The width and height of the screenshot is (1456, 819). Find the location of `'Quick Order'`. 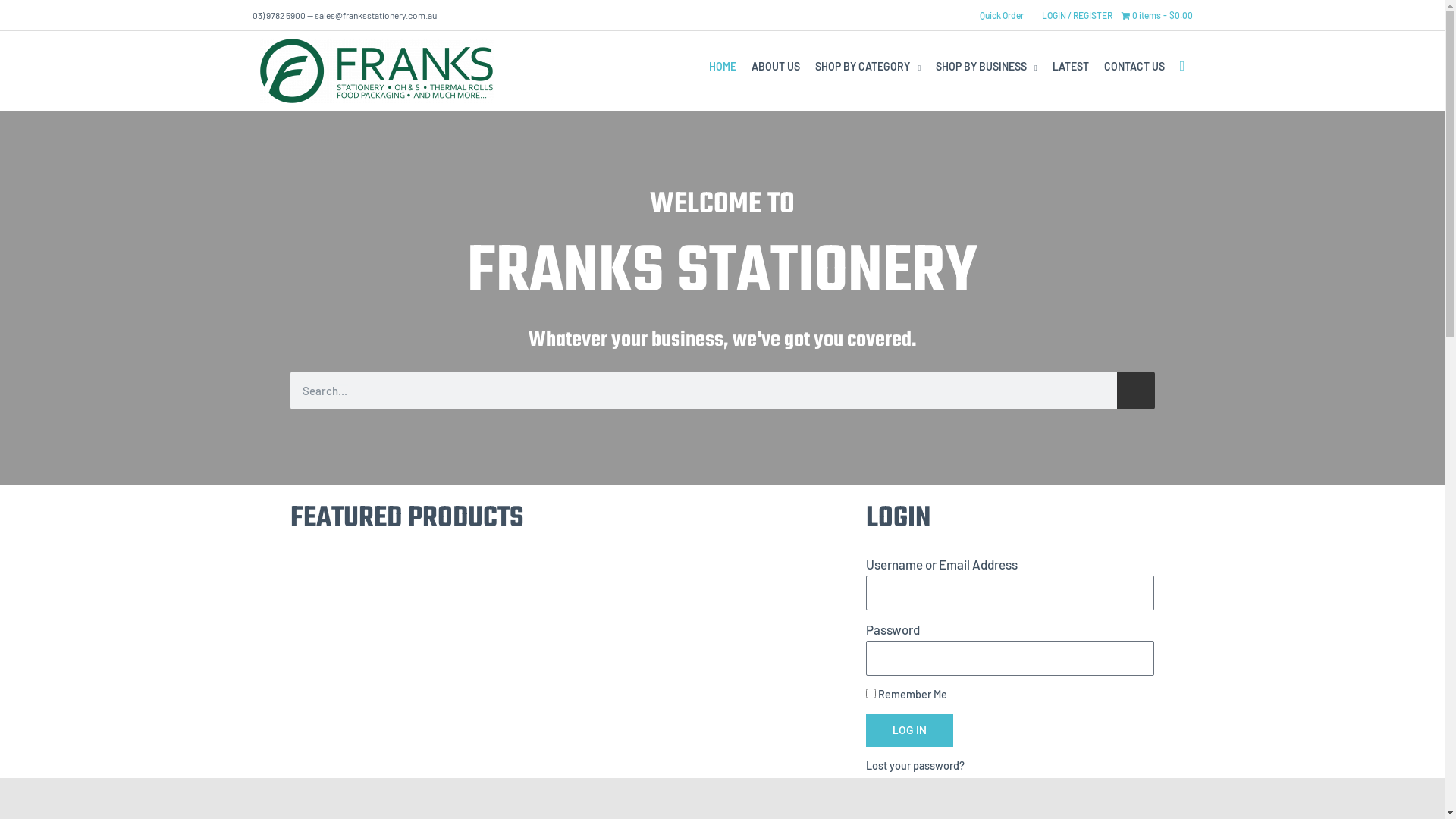

'Quick Order' is located at coordinates (1001, 14).